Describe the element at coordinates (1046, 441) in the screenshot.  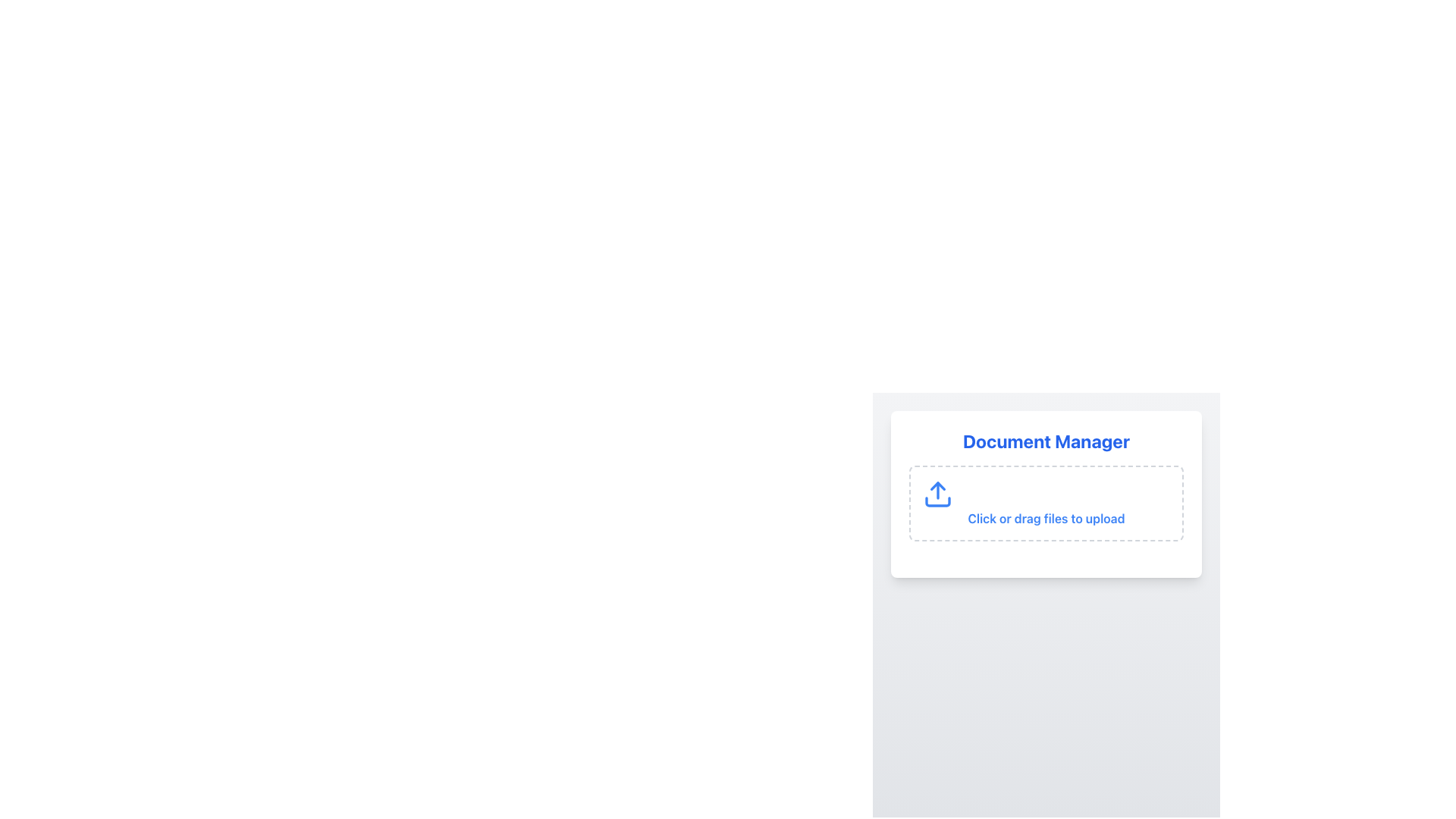
I see `text label that says 'Document Manager', which is styled in bold and blue color, located at the top of the card component` at that location.